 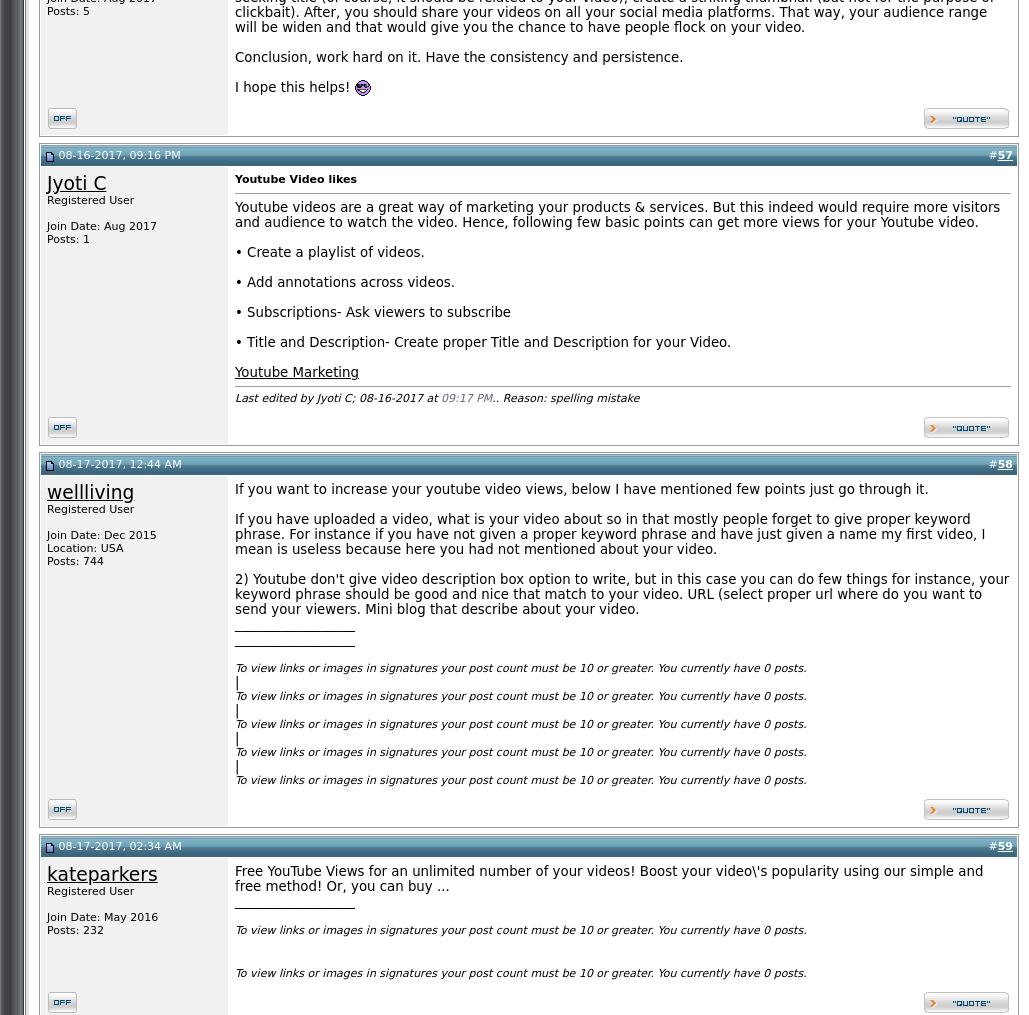 I want to click on '•	Subscriptions- Ask viewers to subscribe', so click(x=372, y=311).